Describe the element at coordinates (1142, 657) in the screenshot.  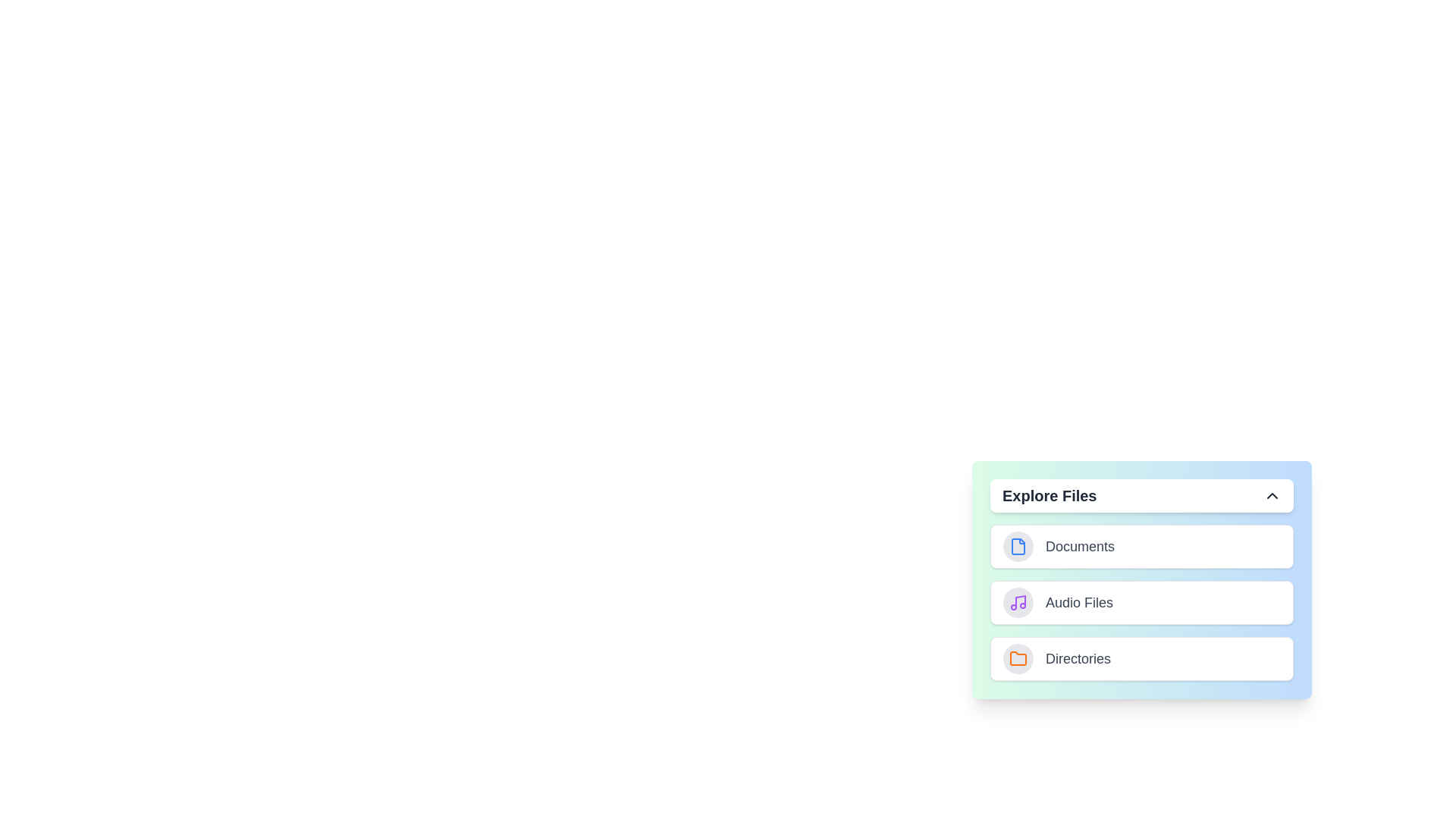
I see `the 'Directories' category to select it` at that location.